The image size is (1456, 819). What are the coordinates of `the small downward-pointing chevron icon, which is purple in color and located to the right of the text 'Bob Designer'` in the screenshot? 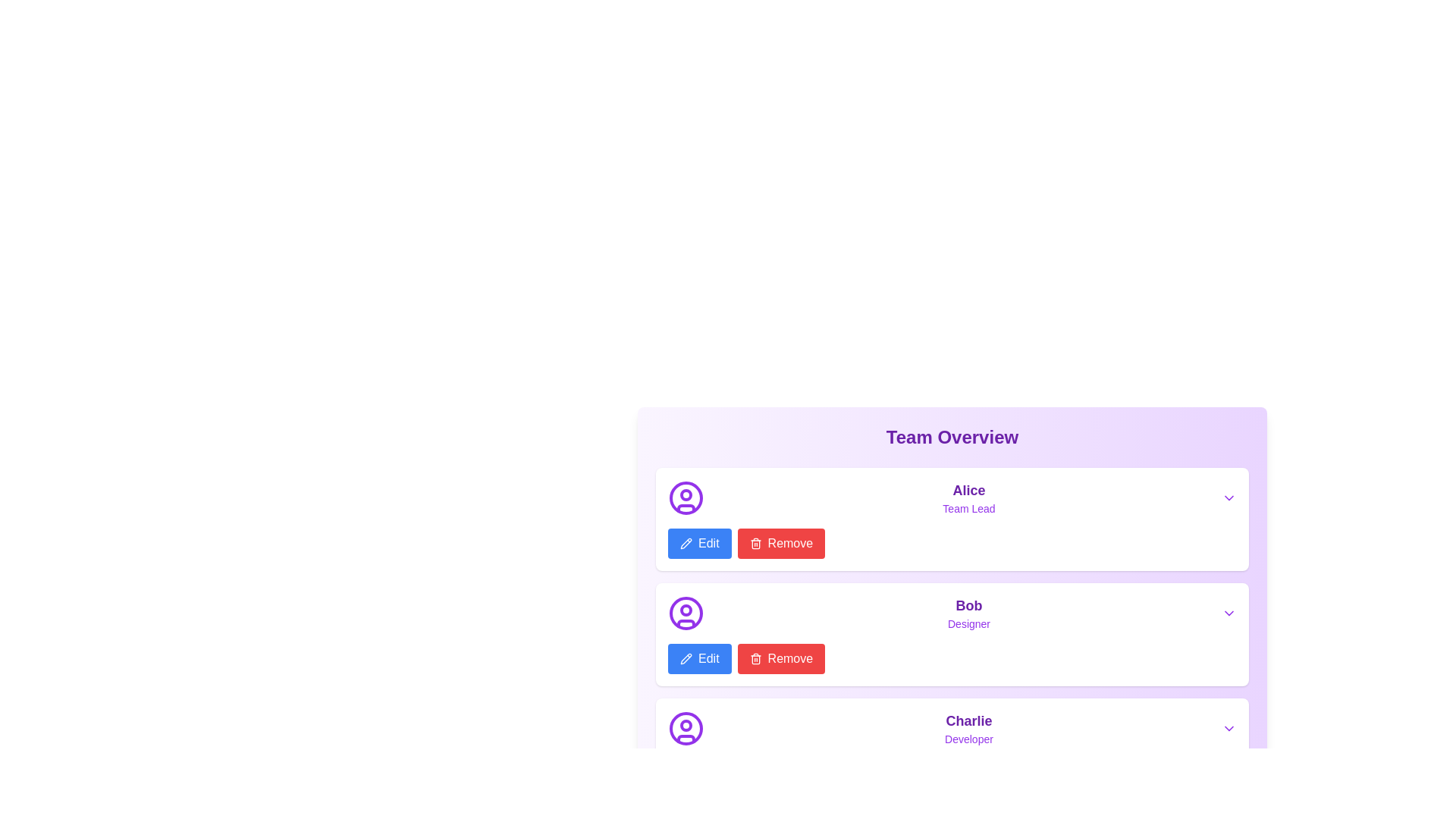 It's located at (1229, 613).